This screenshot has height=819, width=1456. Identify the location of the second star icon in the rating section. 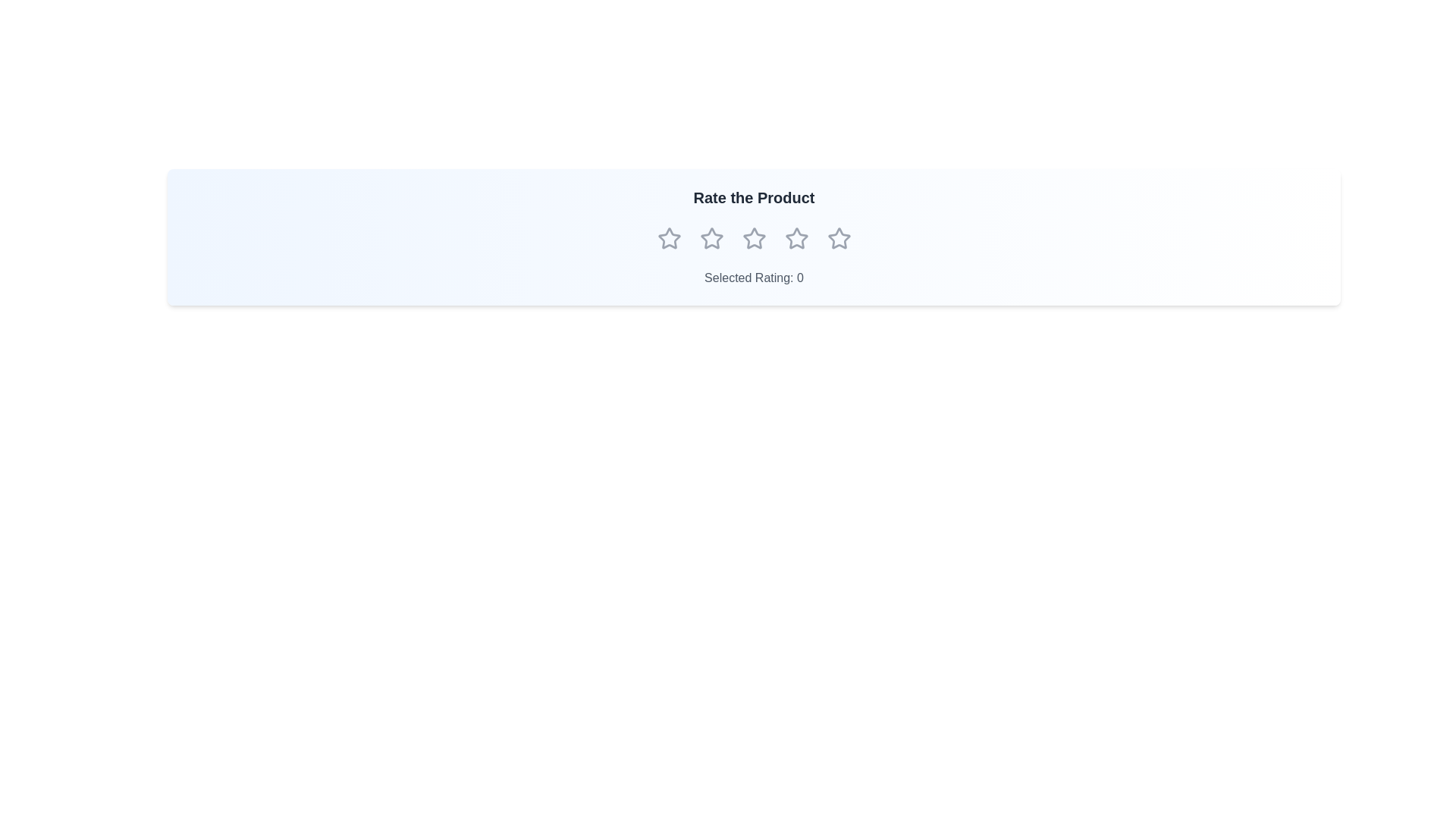
(711, 239).